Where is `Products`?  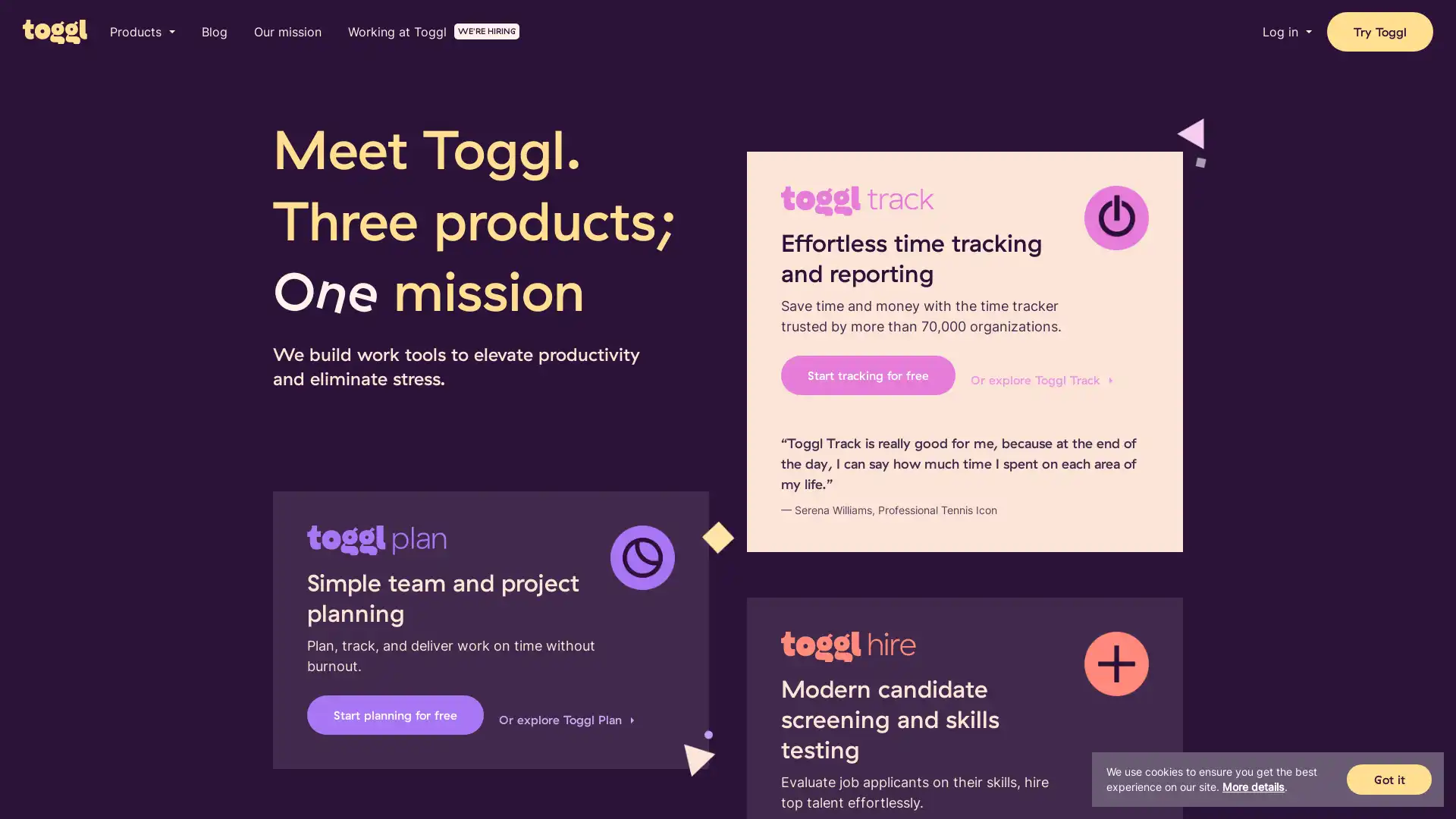 Products is located at coordinates (142, 32).